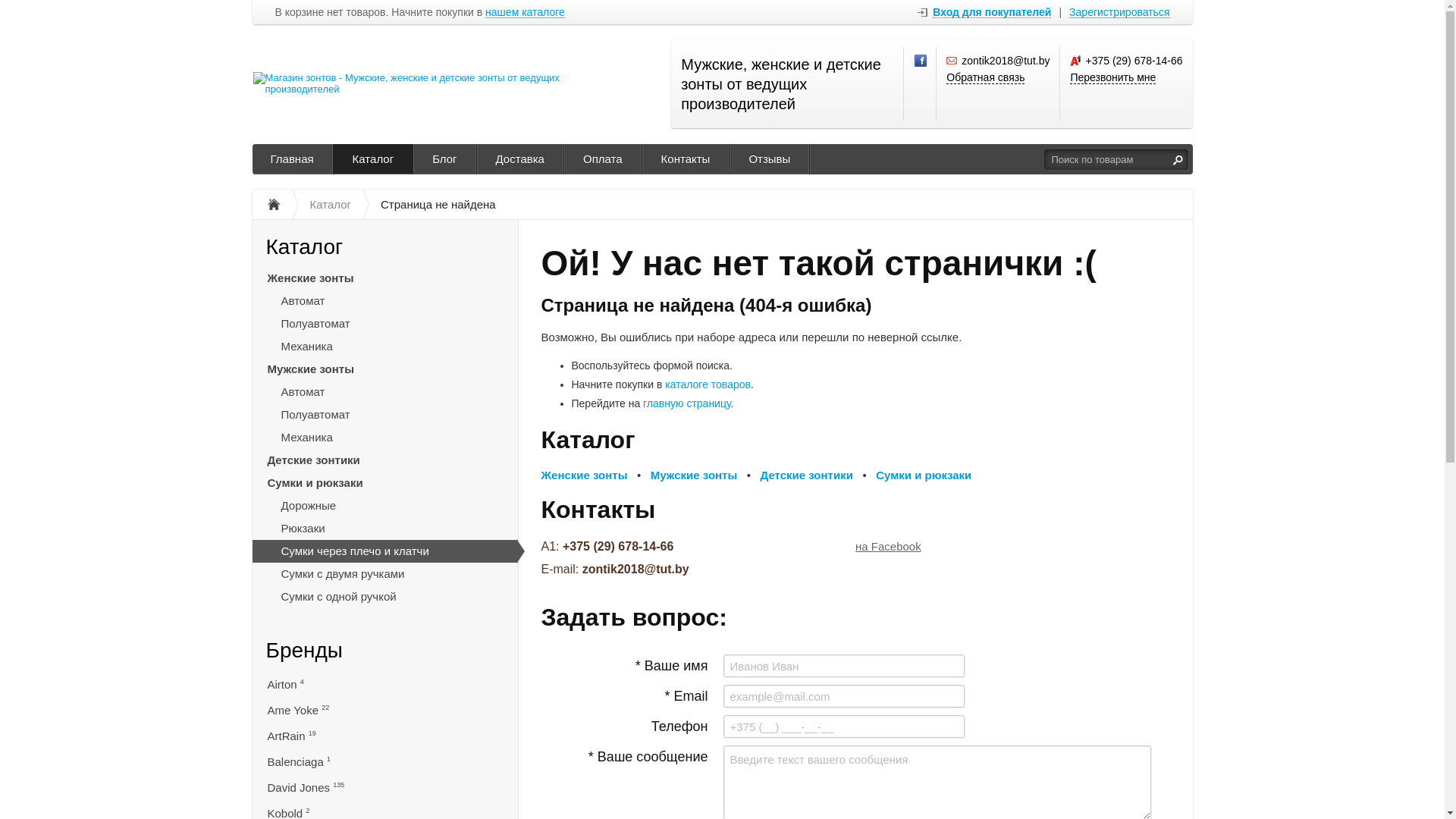 Image resolution: width=1456 pixels, height=819 pixels. I want to click on 'David Jones 135', so click(251, 786).